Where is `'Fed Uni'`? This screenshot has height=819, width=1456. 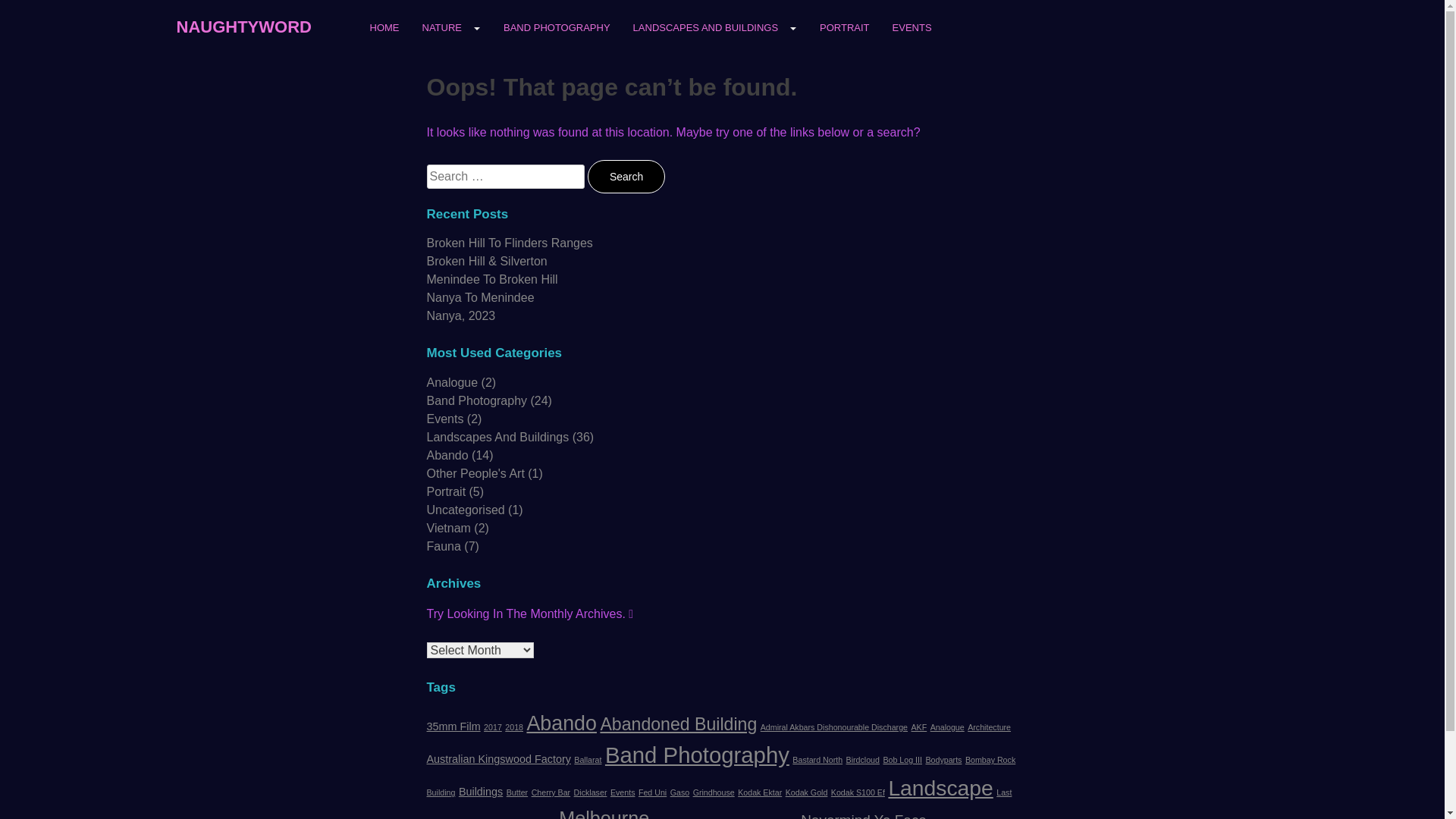
'Fed Uni' is located at coordinates (652, 792).